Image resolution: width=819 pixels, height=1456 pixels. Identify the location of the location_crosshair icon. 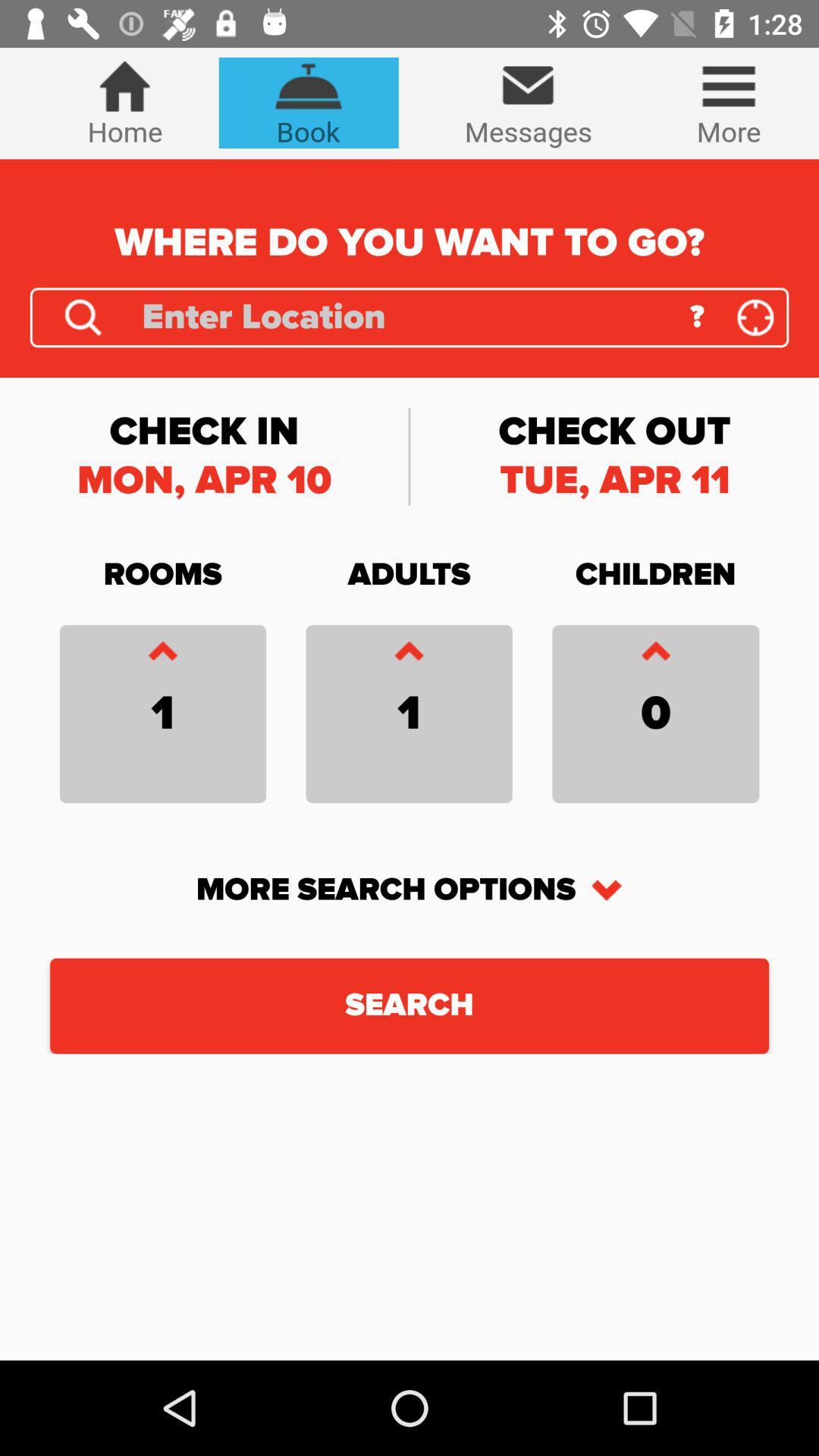
(755, 316).